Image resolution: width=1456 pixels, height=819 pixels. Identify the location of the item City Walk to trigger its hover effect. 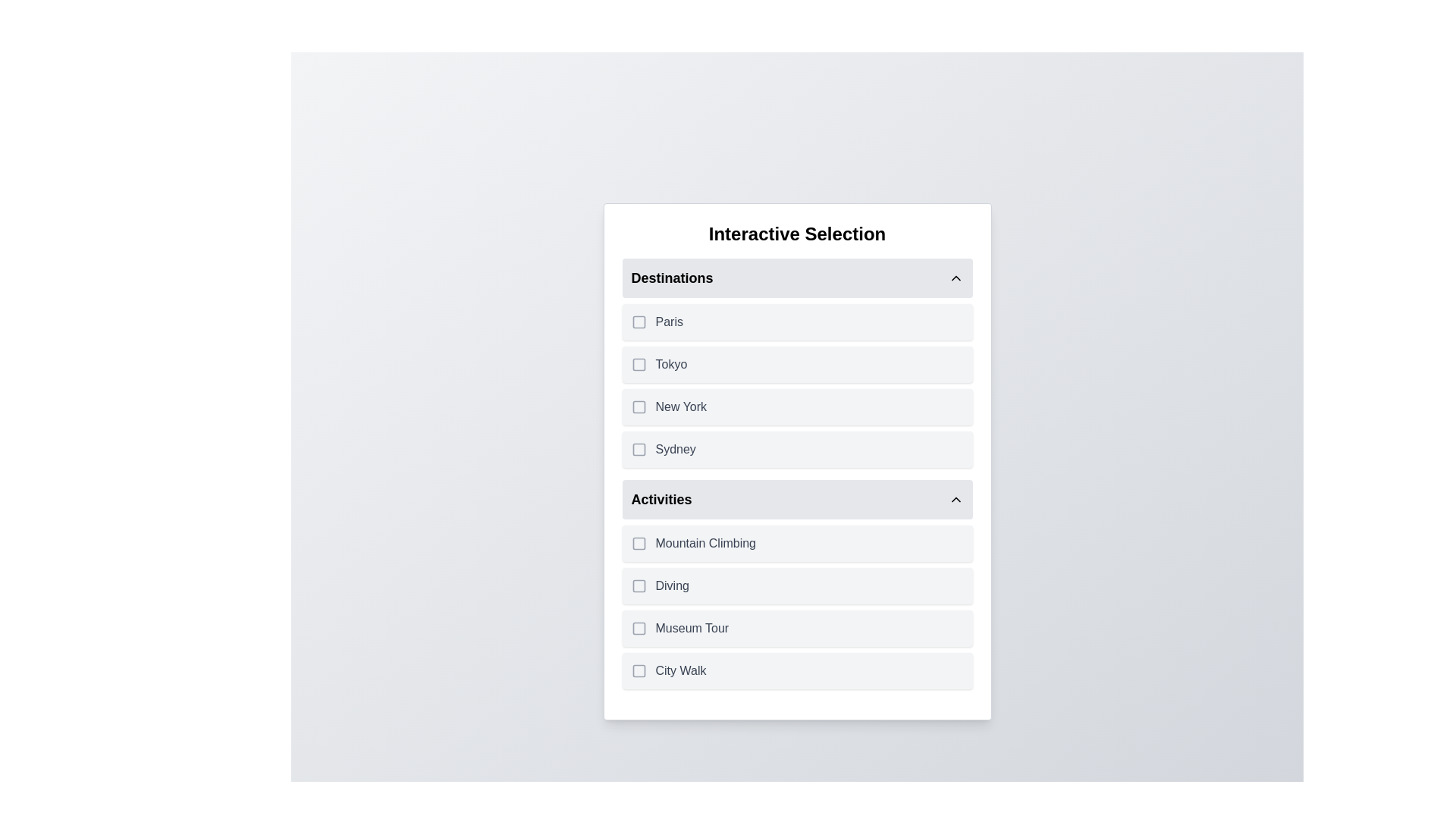
(796, 670).